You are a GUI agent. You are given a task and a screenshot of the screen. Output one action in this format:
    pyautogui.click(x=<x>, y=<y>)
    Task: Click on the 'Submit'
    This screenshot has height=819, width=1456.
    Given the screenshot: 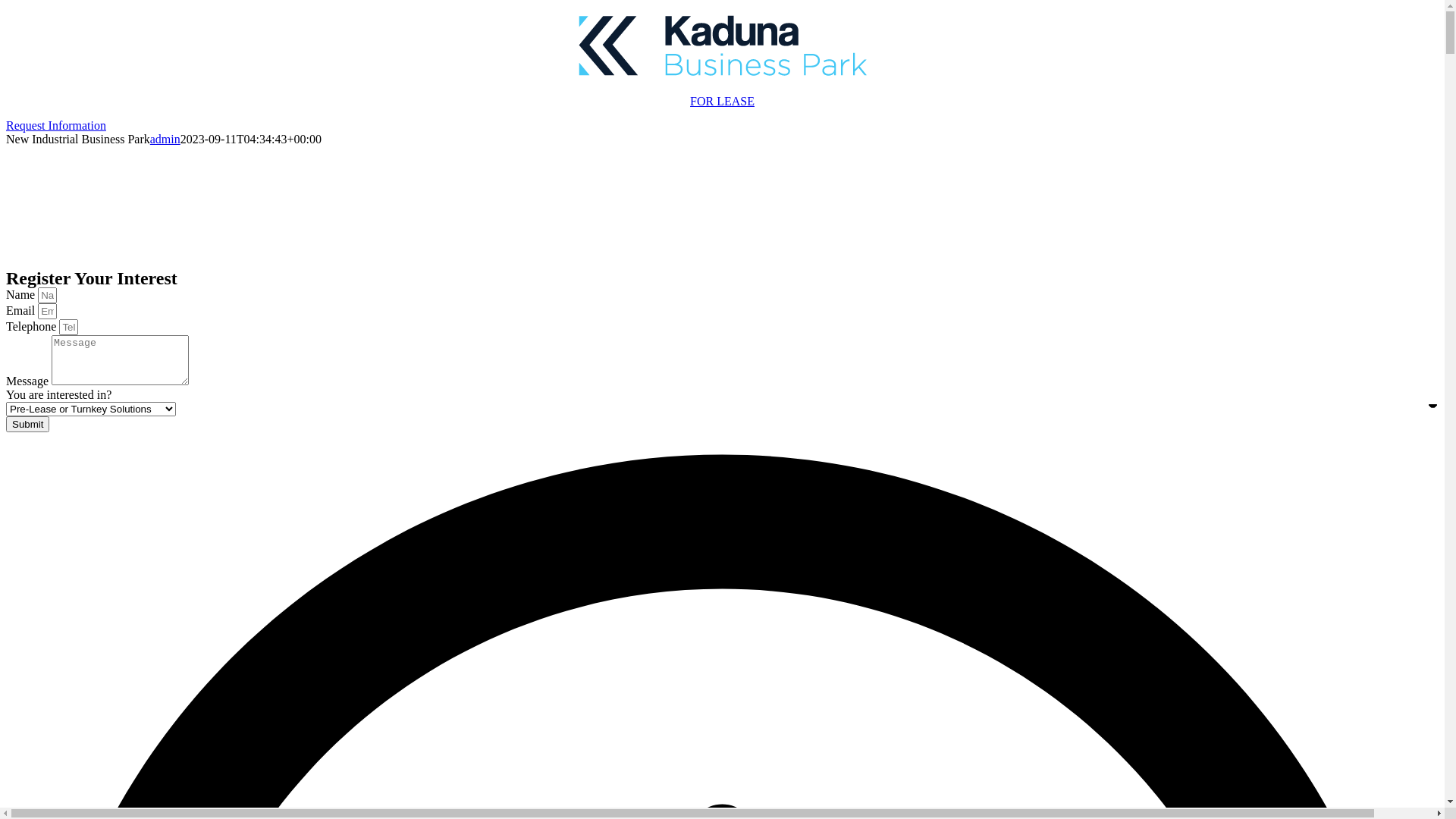 What is the action you would take?
    pyautogui.click(x=27, y=424)
    